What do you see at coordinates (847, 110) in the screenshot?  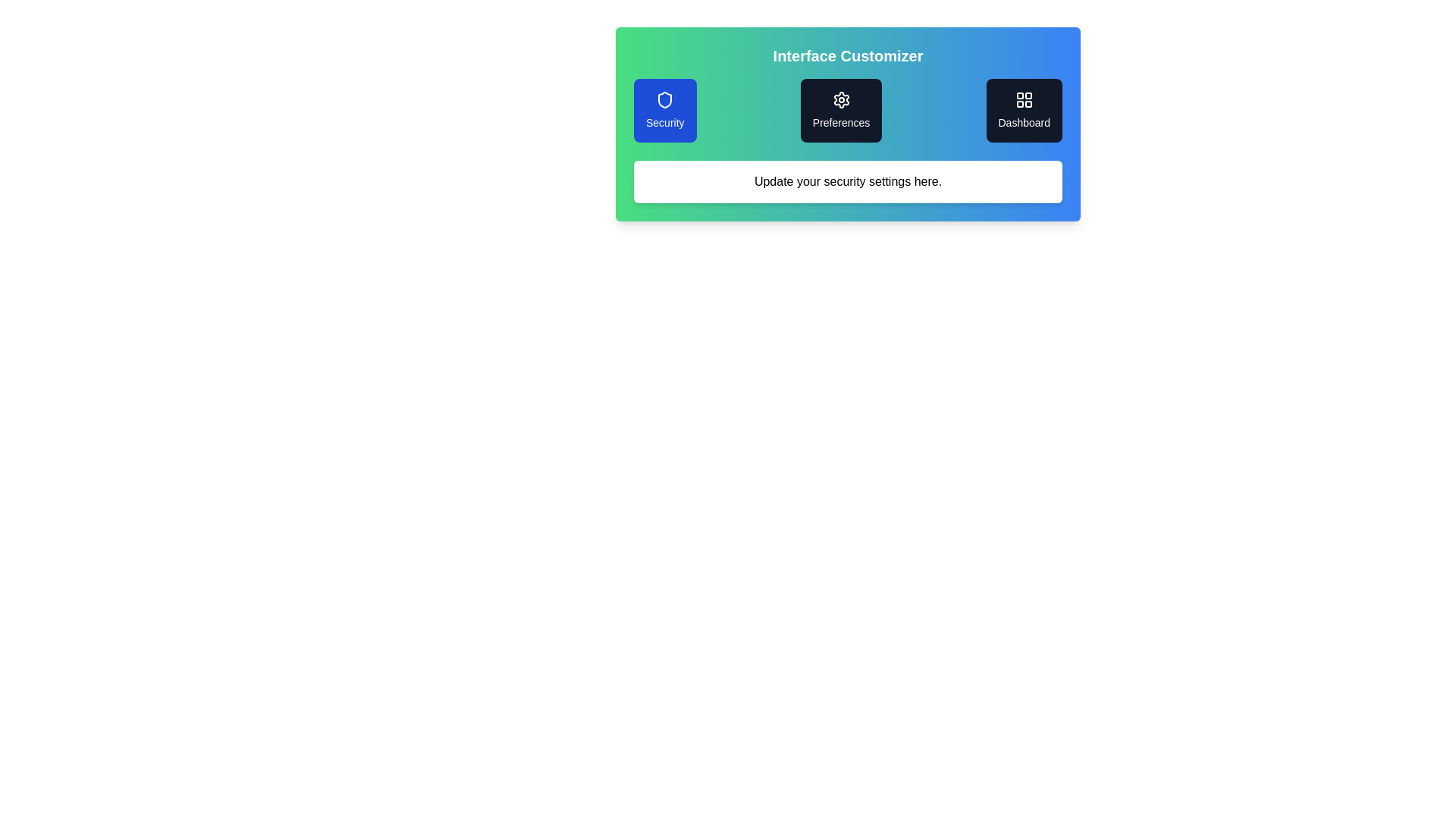 I see `the 'Preferences' button` at bounding box center [847, 110].